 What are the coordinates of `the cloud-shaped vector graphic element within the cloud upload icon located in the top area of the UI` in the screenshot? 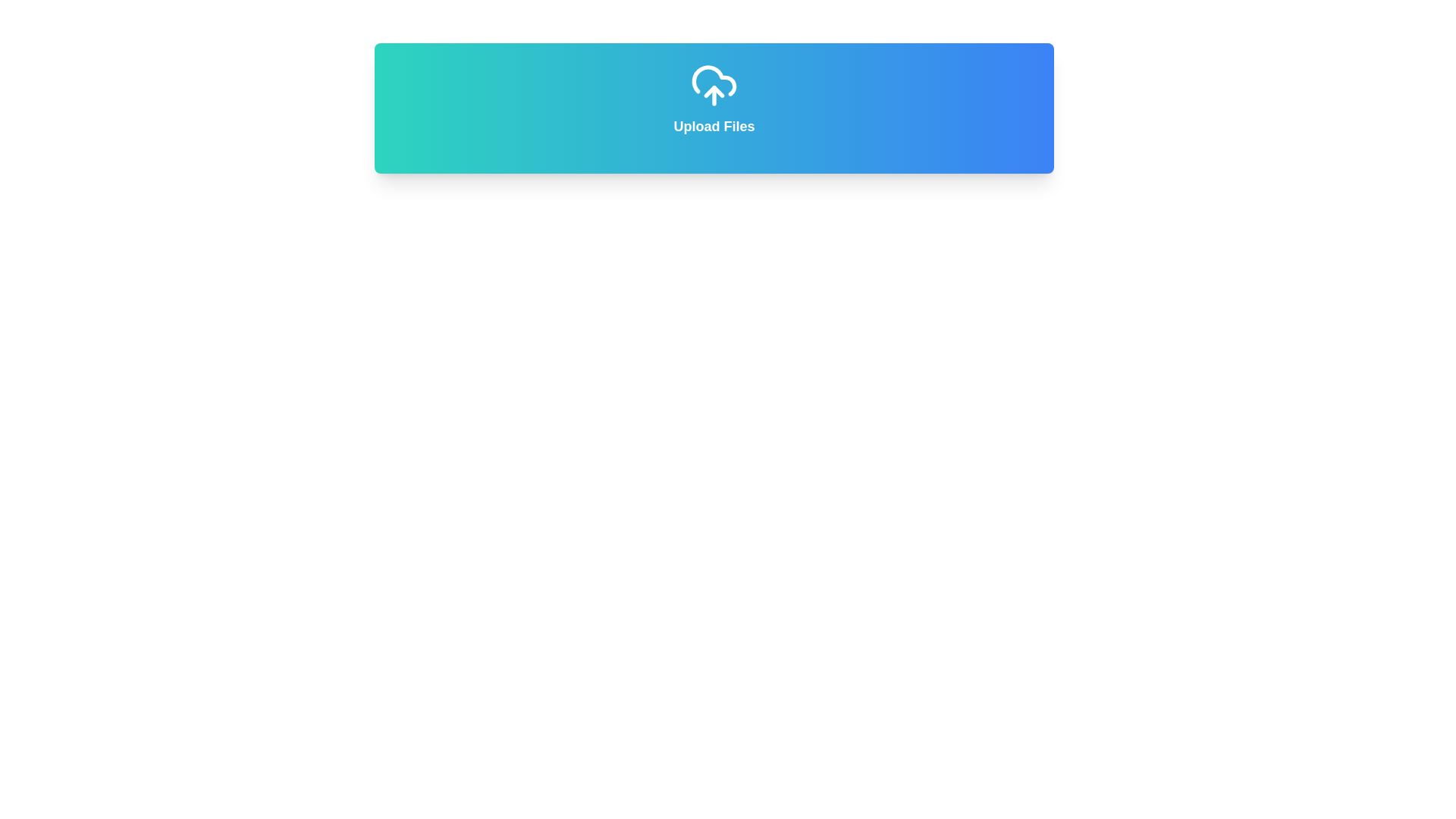 It's located at (713, 80).